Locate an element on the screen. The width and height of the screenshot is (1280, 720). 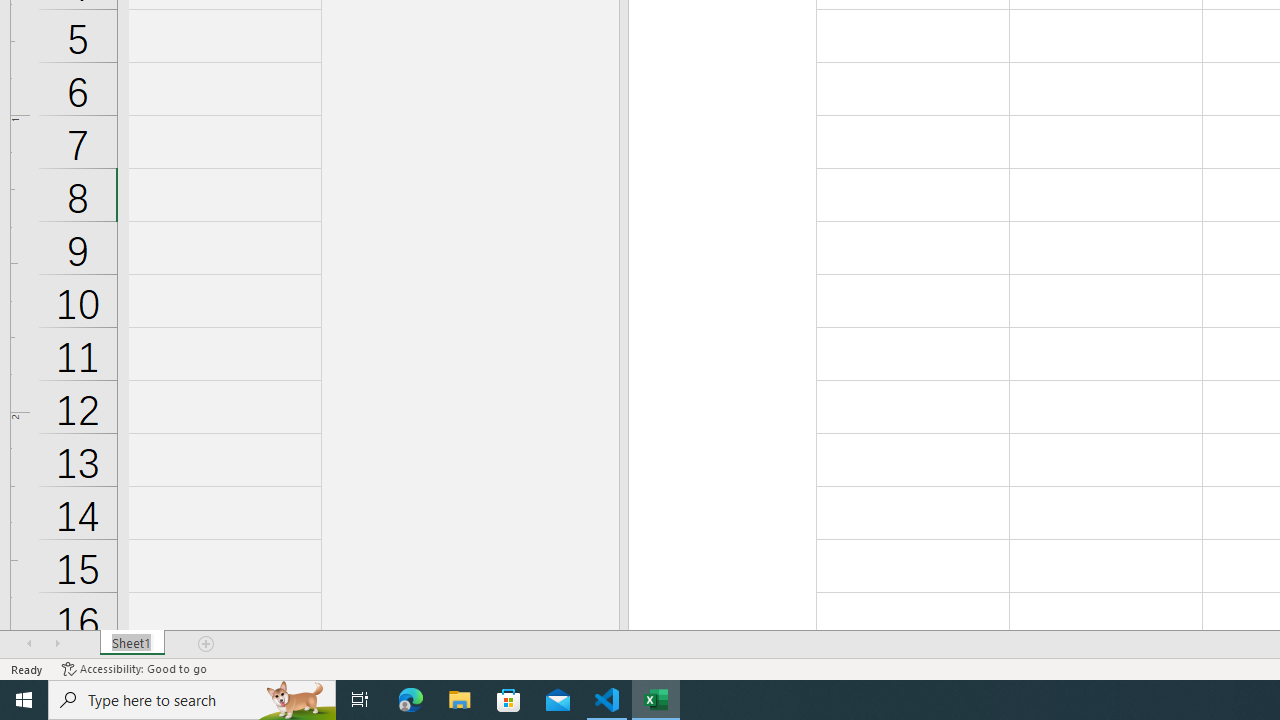
'Accessibility Checker Accessibility: Good to go' is located at coordinates (133, 669).